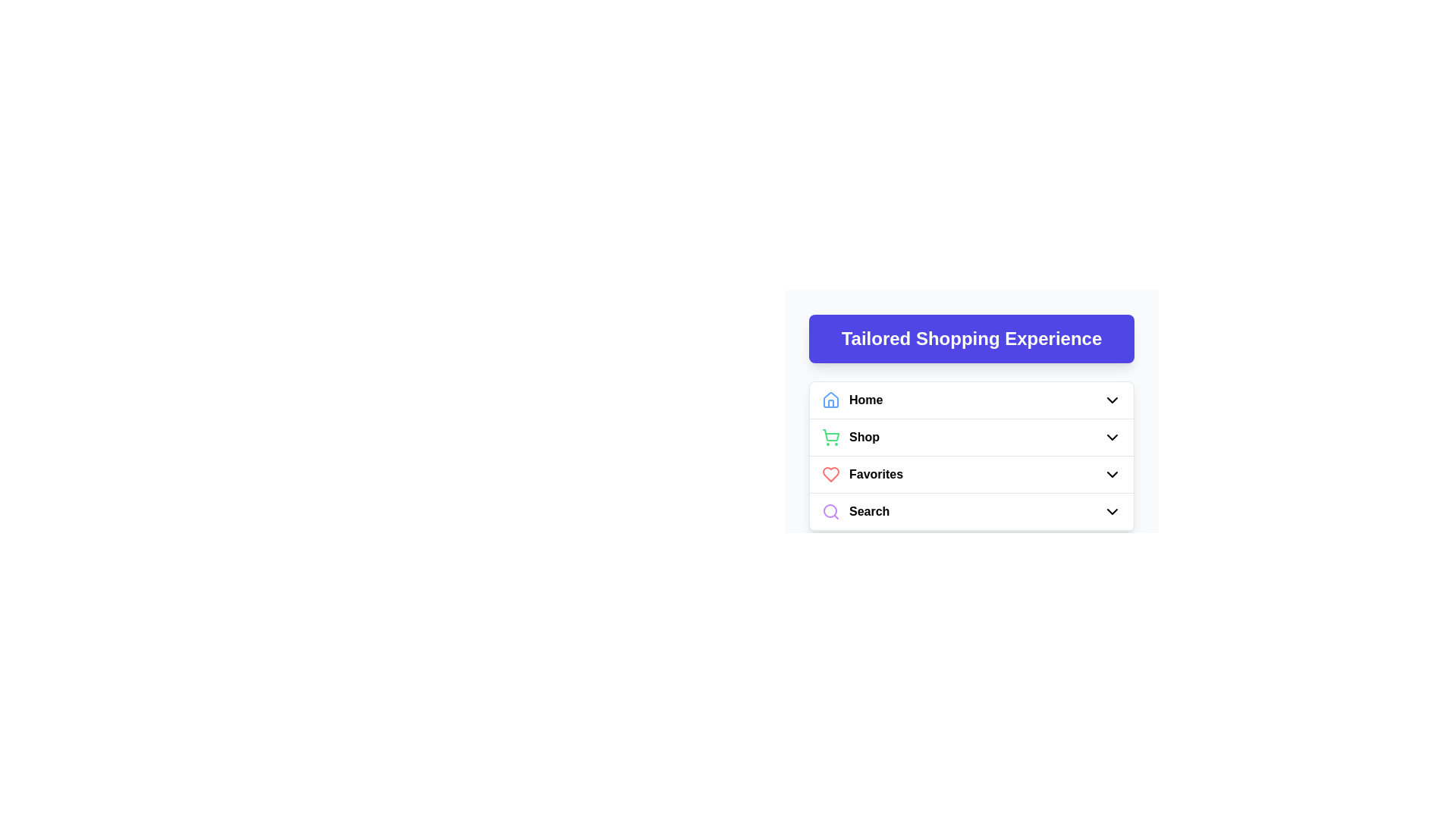  Describe the element at coordinates (830, 473) in the screenshot. I see `the heart icon indicating the 'Favorites' section in the navigation menu, located to the left of the 'Favorites' label` at that location.